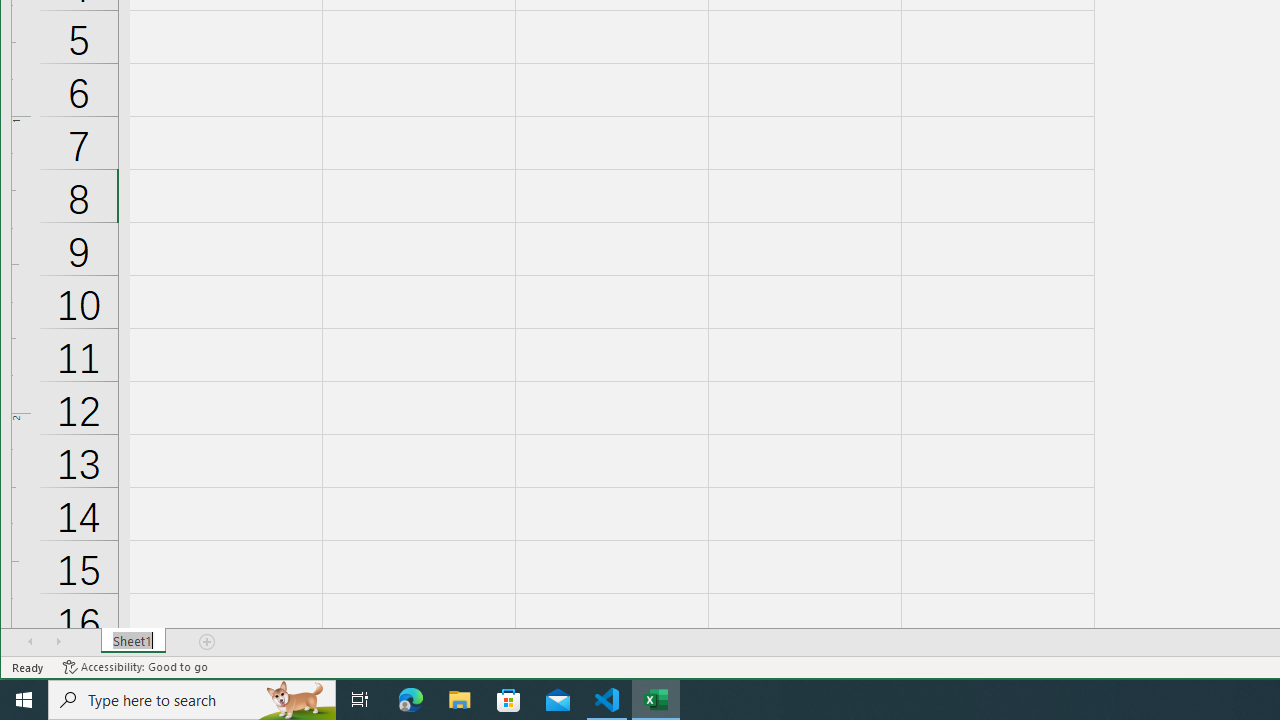  What do you see at coordinates (359, 698) in the screenshot?
I see `'Task View'` at bounding box center [359, 698].